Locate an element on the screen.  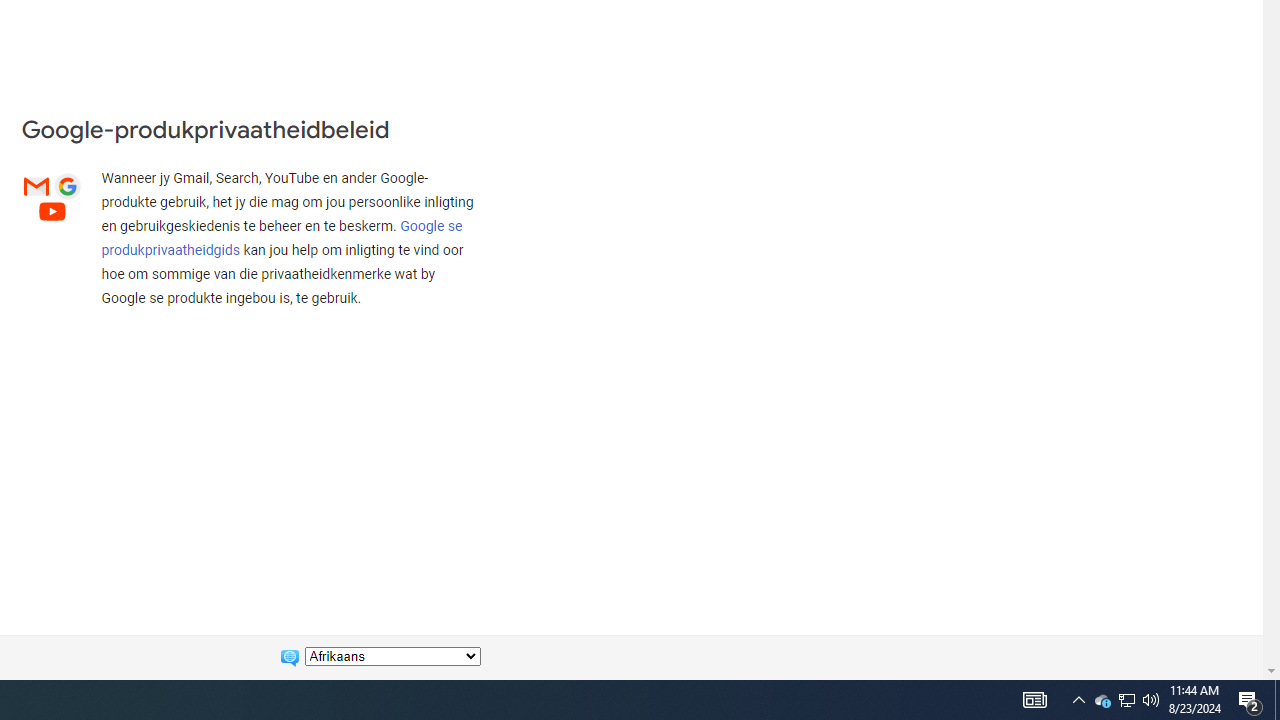
'Google se produkprivaatheidgids' is located at coordinates (281, 236).